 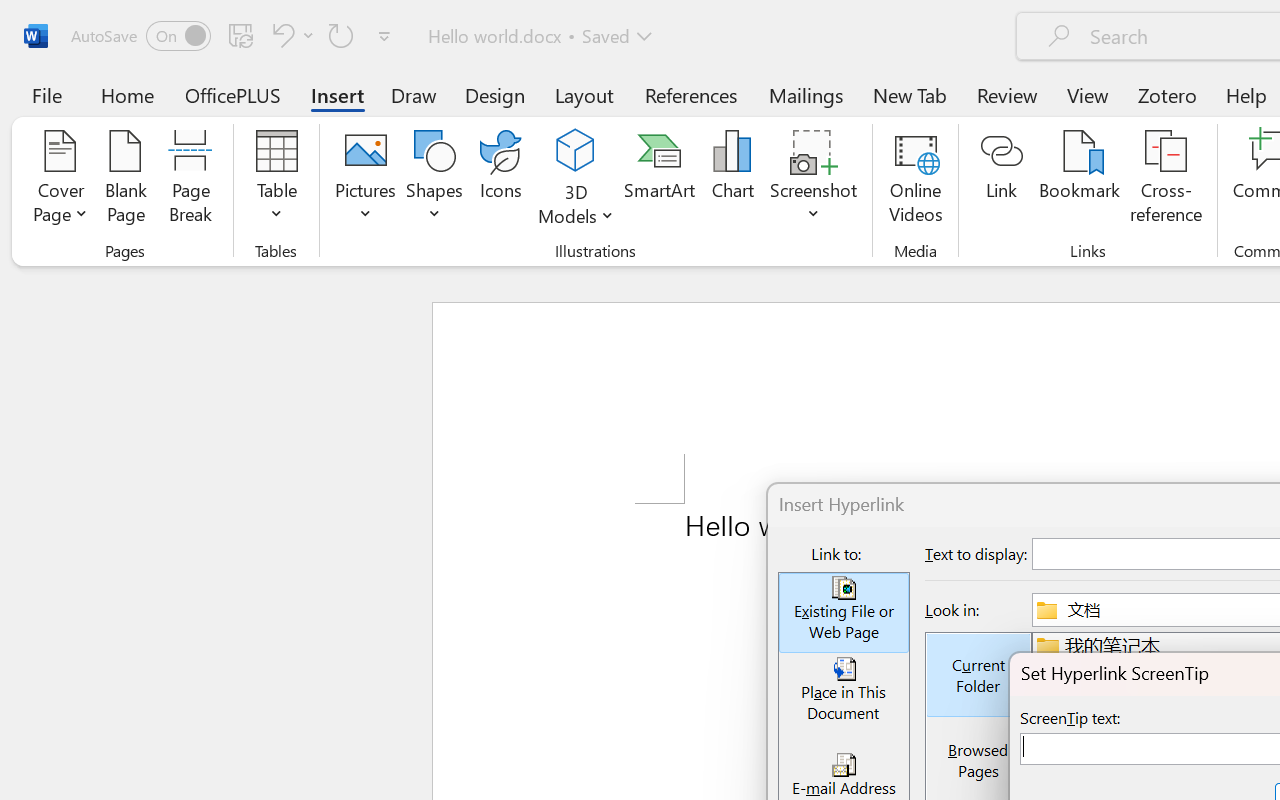 I want to click on 'Draw', so click(x=413, y=94).